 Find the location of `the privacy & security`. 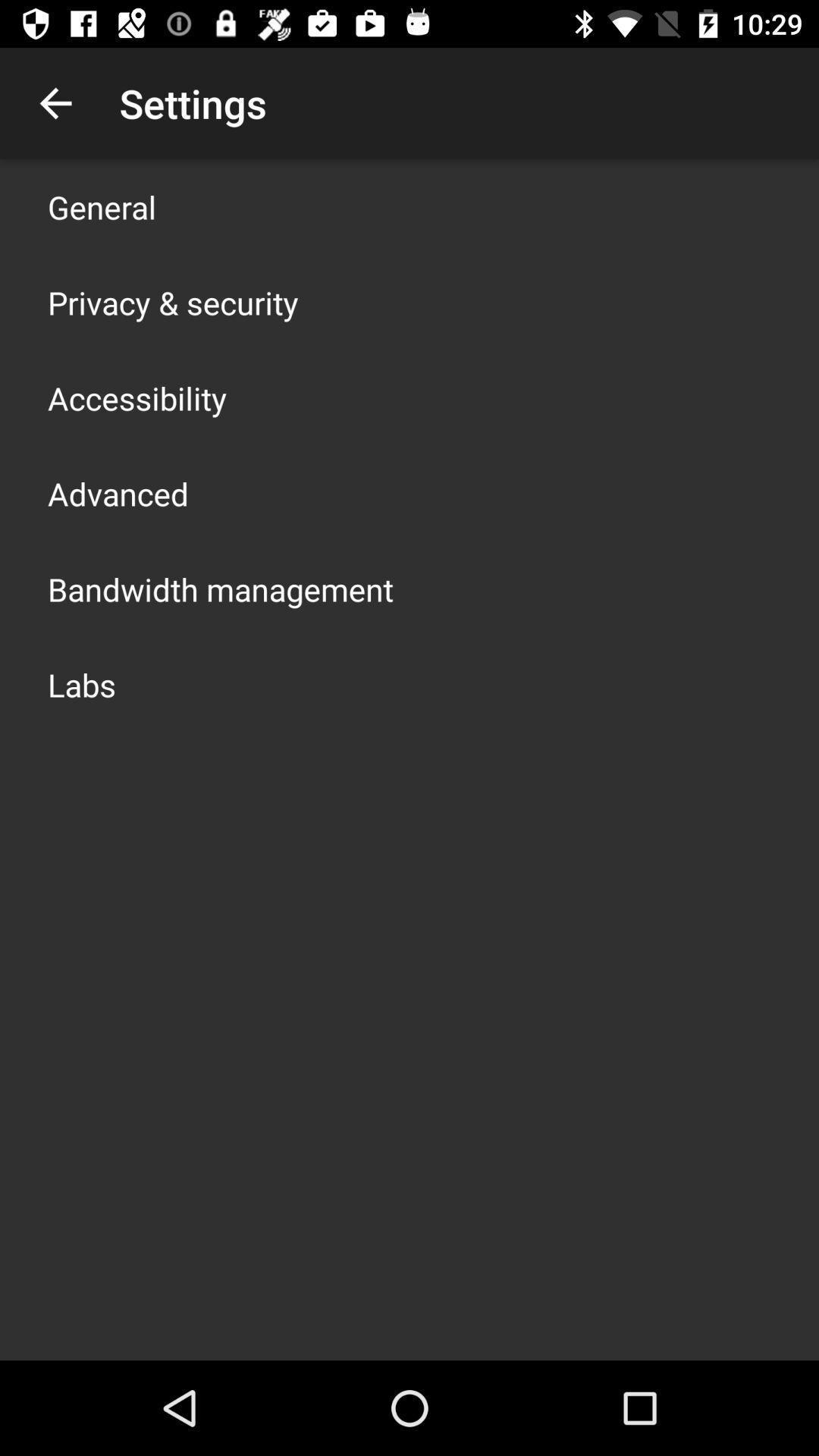

the privacy & security is located at coordinates (172, 302).